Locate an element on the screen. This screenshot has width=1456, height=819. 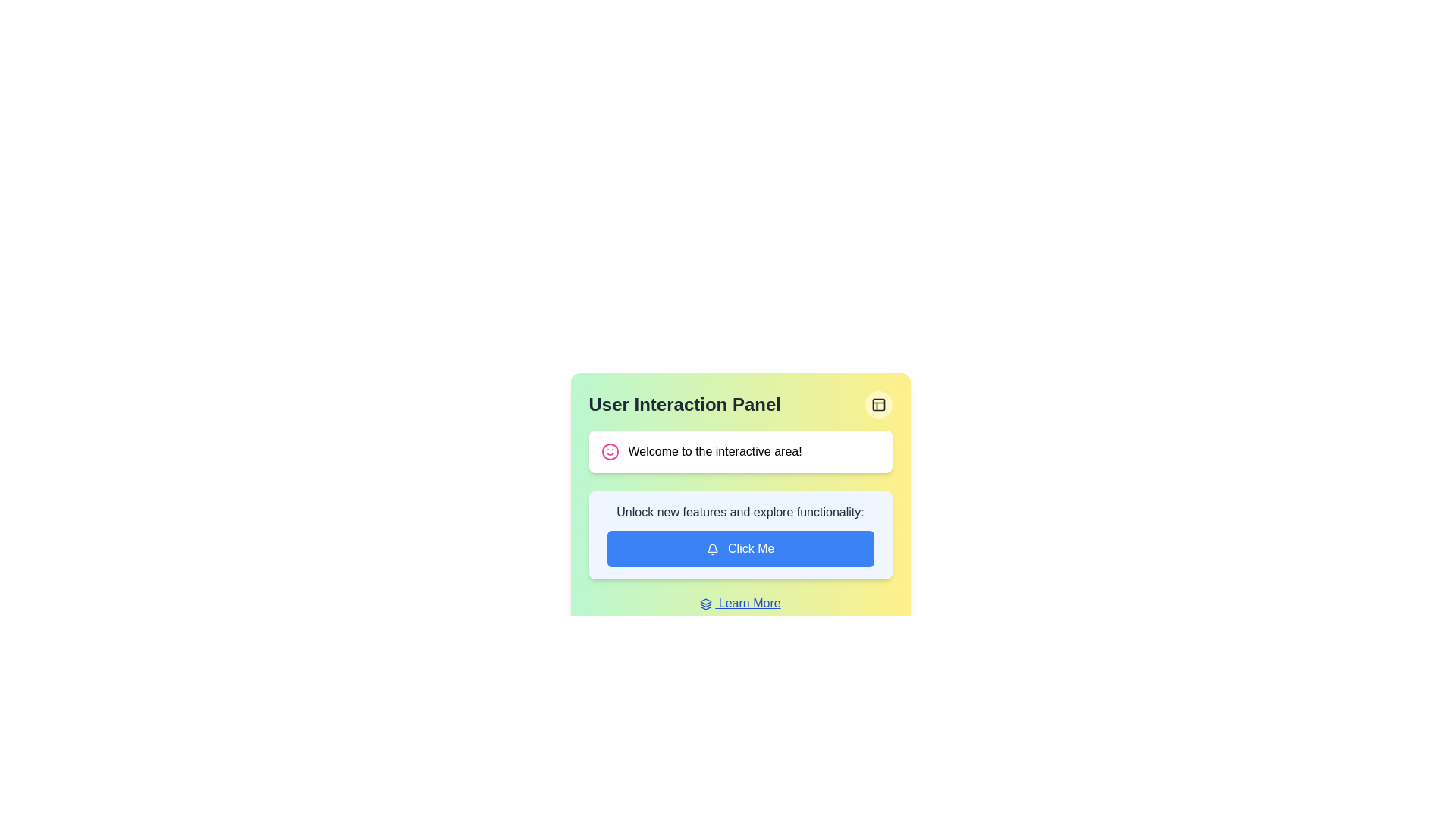
the SVG rectangle with rounded corners located in the top-left corner of the icon in the top-right corner of the user interaction panel is located at coordinates (878, 403).